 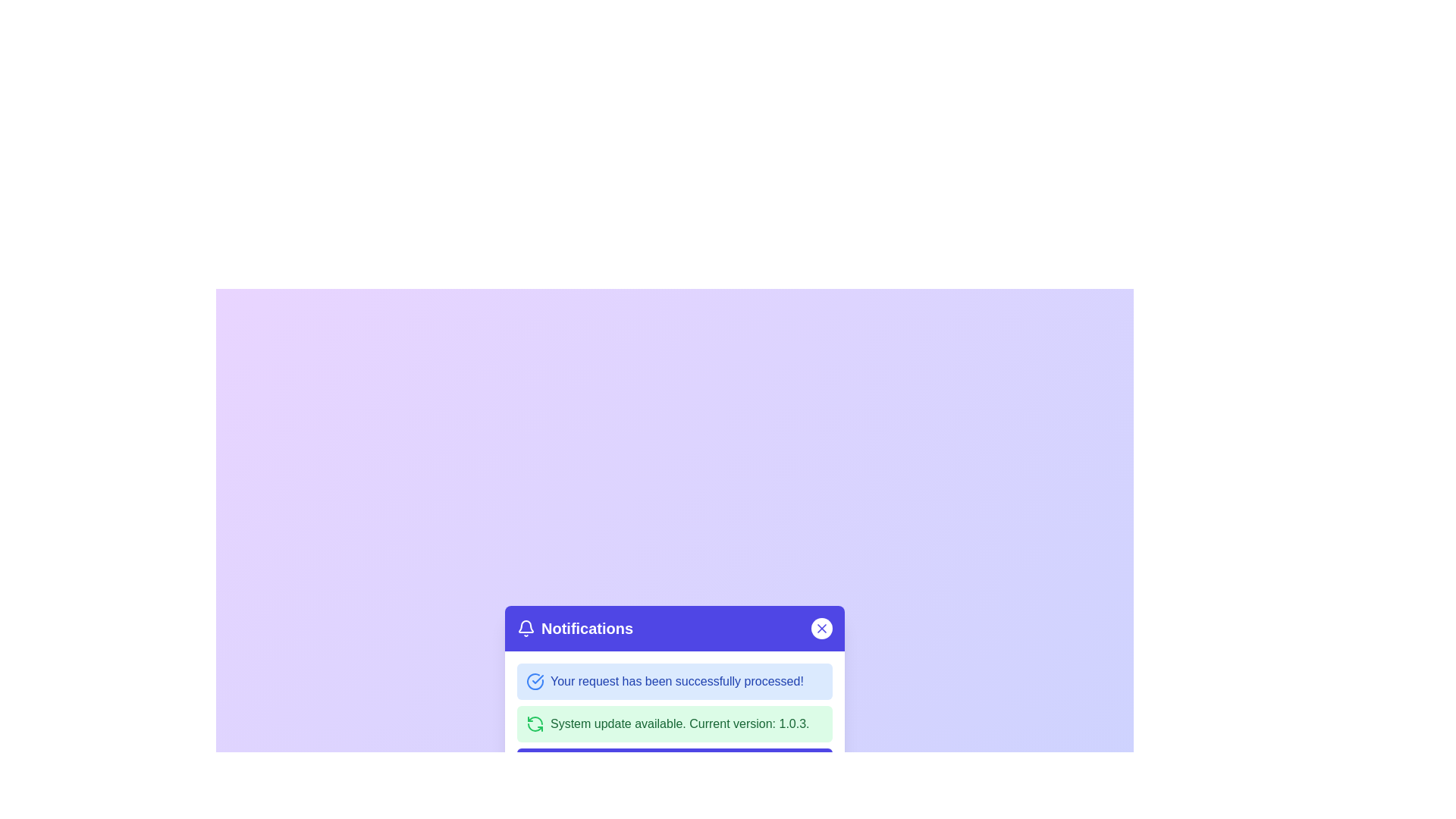 I want to click on the close icon button located at the top-right inside the notification modal, so click(x=821, y=629).